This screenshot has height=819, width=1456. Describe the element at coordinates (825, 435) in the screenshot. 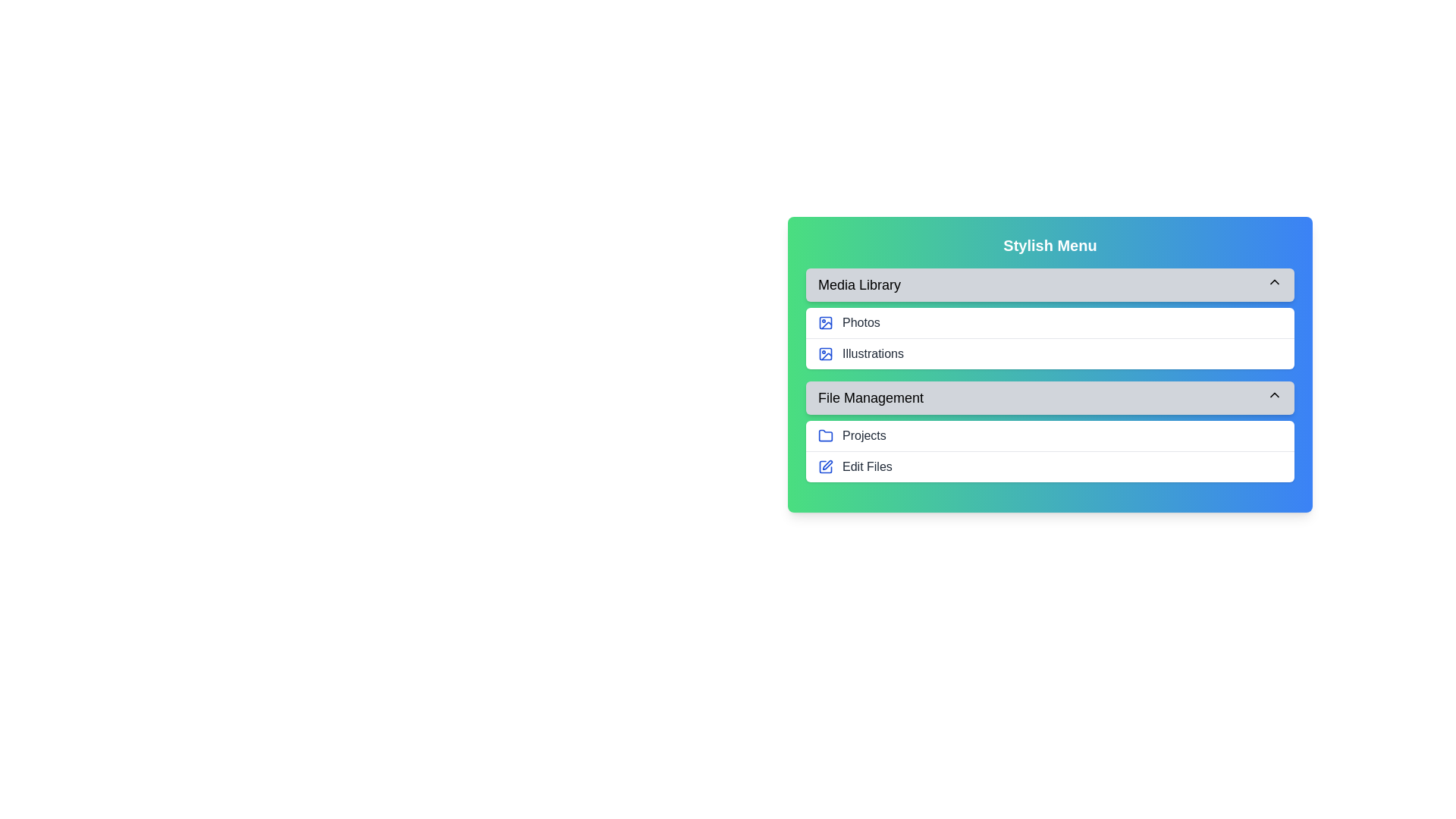

I see `the 'Projects' icon located to the left of the 'Projects' label in the 'File Management' section of the menu` at that location.